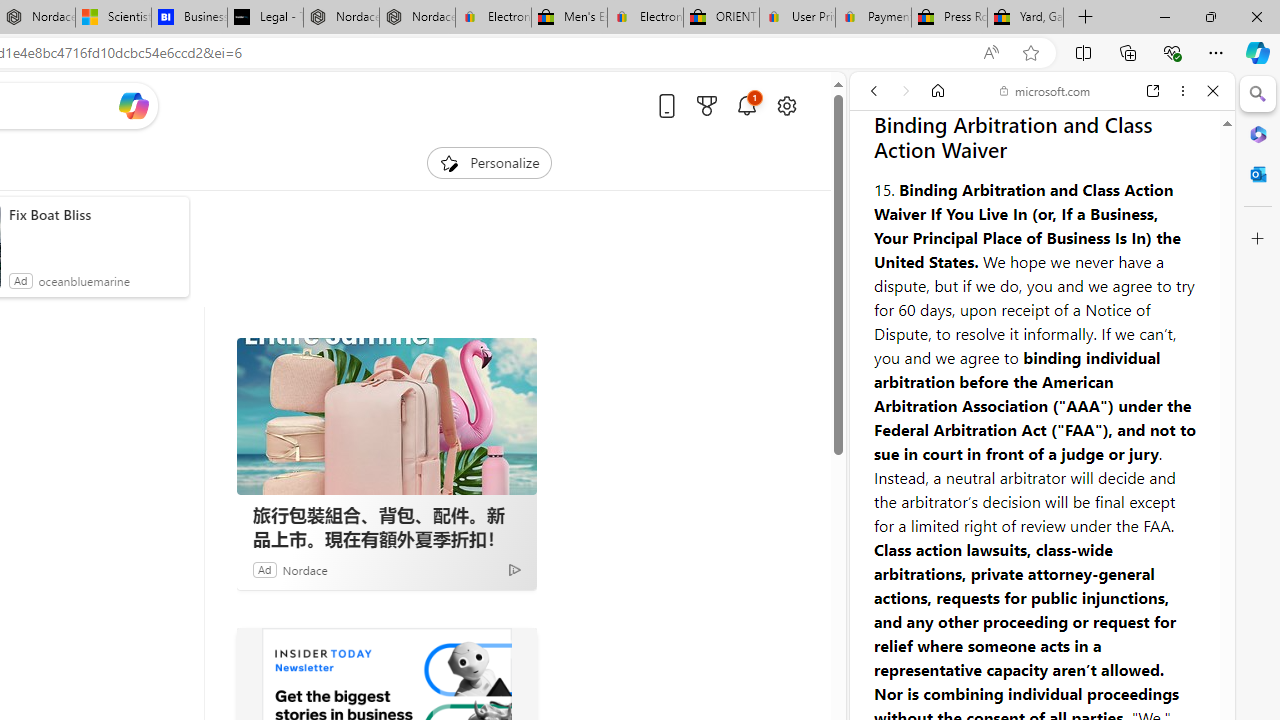 The image size is (1280, 720). Describe the element at coordinates (937, 91) in the screenshot. I see `'Home'` at that location.